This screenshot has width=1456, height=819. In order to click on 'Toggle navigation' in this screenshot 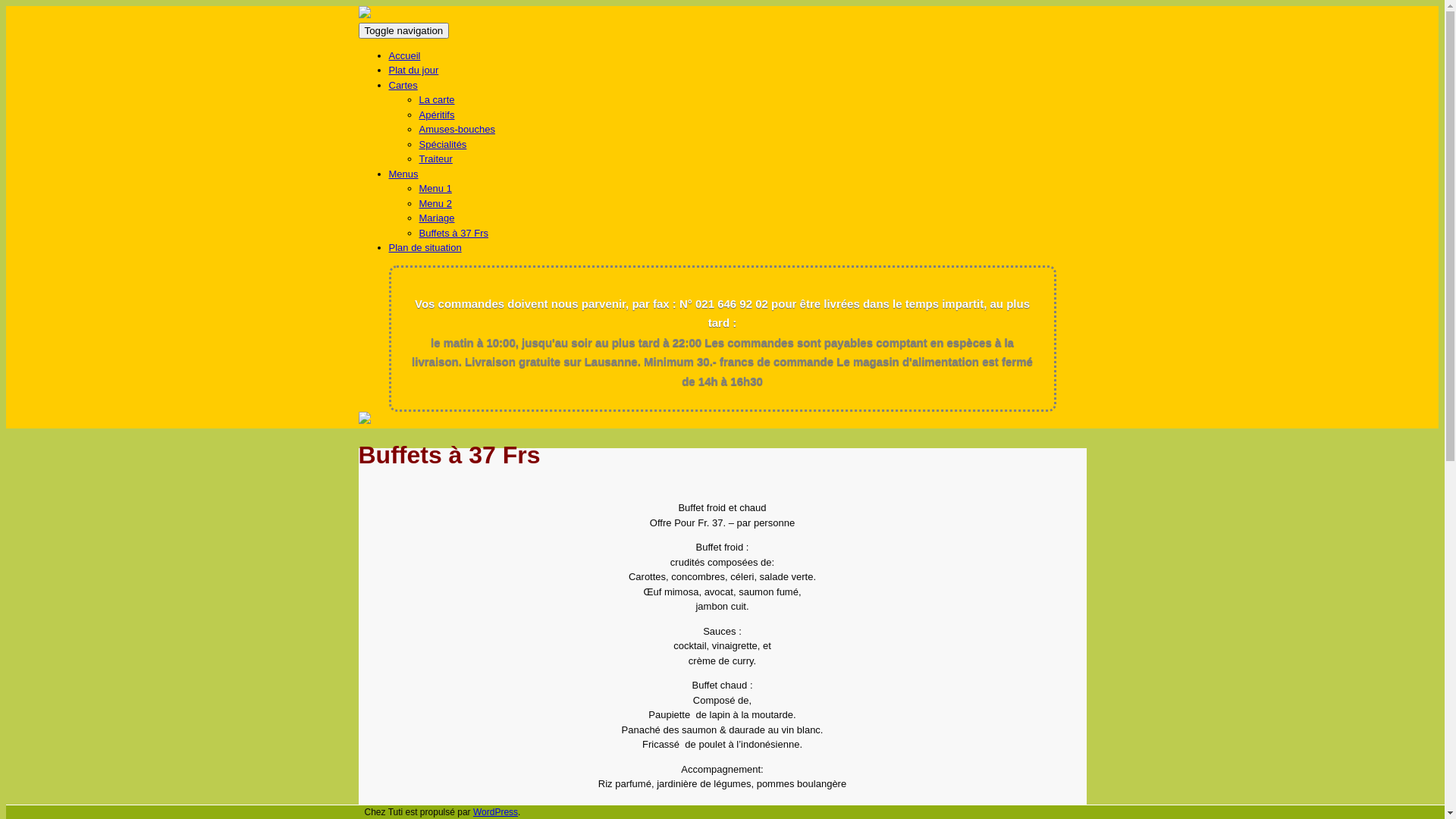, I will do `click(356, 30)`.